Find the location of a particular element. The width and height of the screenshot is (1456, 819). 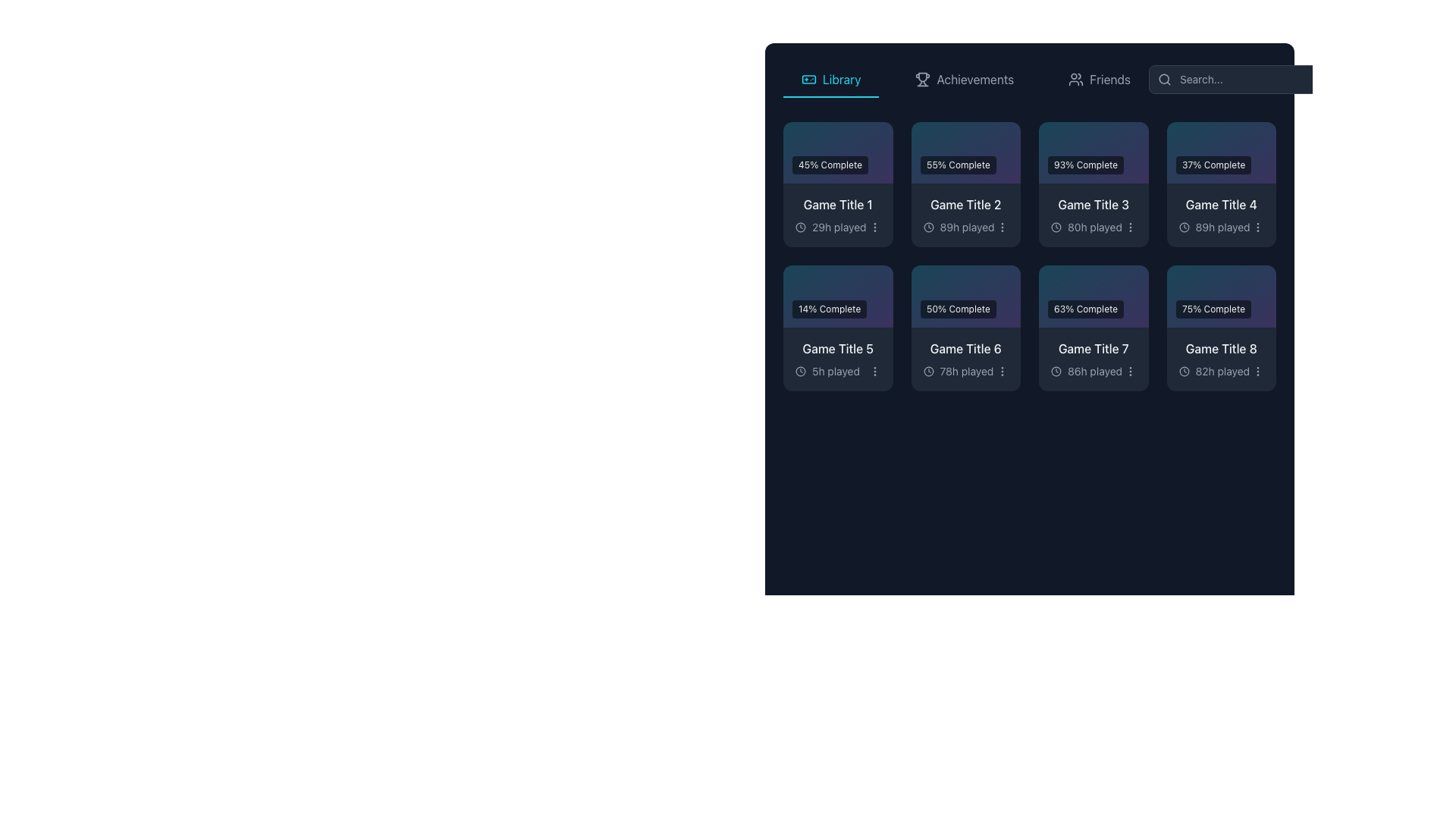

the informational text element that displays the total playtime of 'Game Title 3', which is located in the third column of the top row, directly below the game title is located at coordinates (1094, 227).